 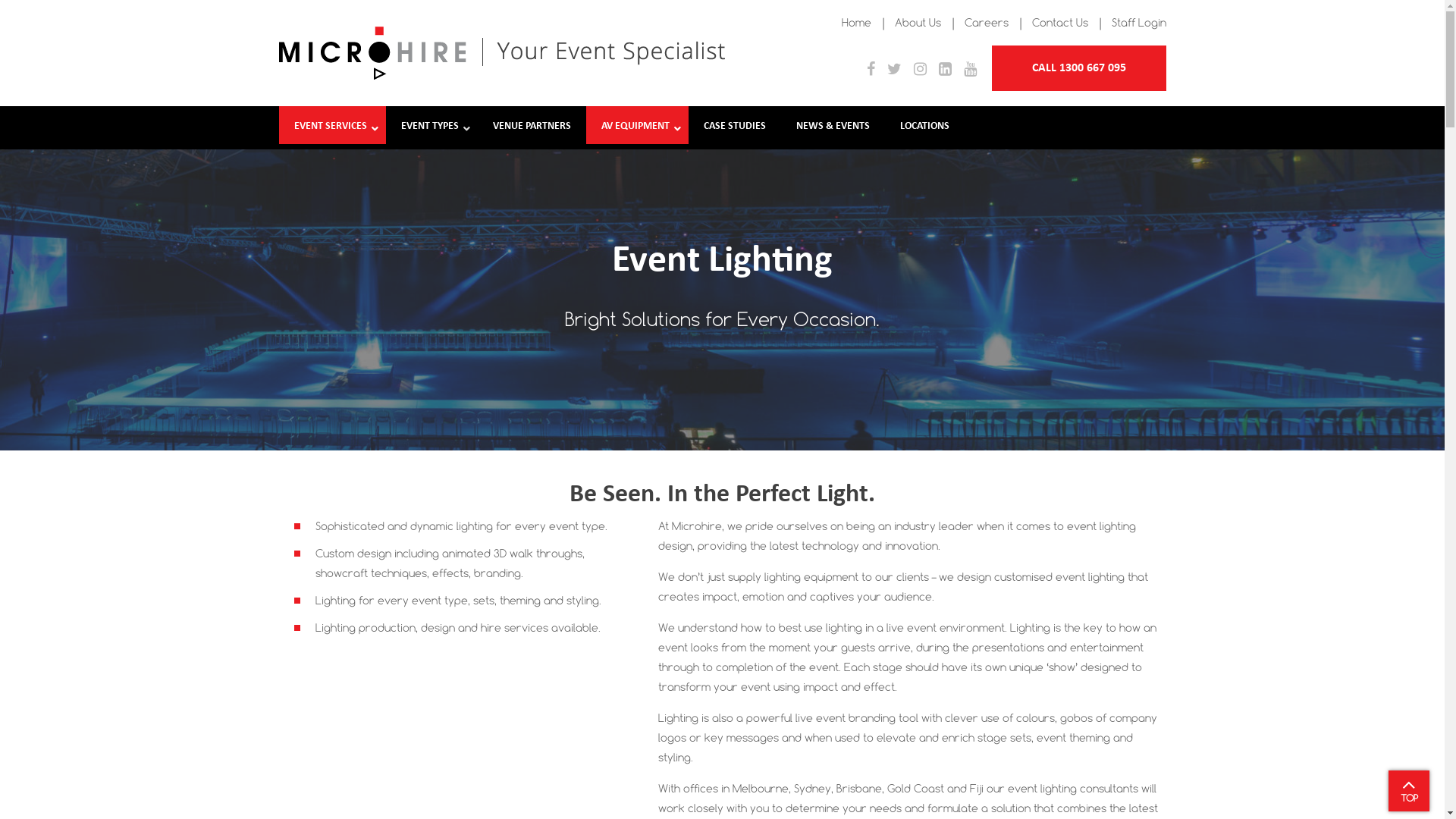 I want to click on 'Facebook', so click(x=870, y=70).